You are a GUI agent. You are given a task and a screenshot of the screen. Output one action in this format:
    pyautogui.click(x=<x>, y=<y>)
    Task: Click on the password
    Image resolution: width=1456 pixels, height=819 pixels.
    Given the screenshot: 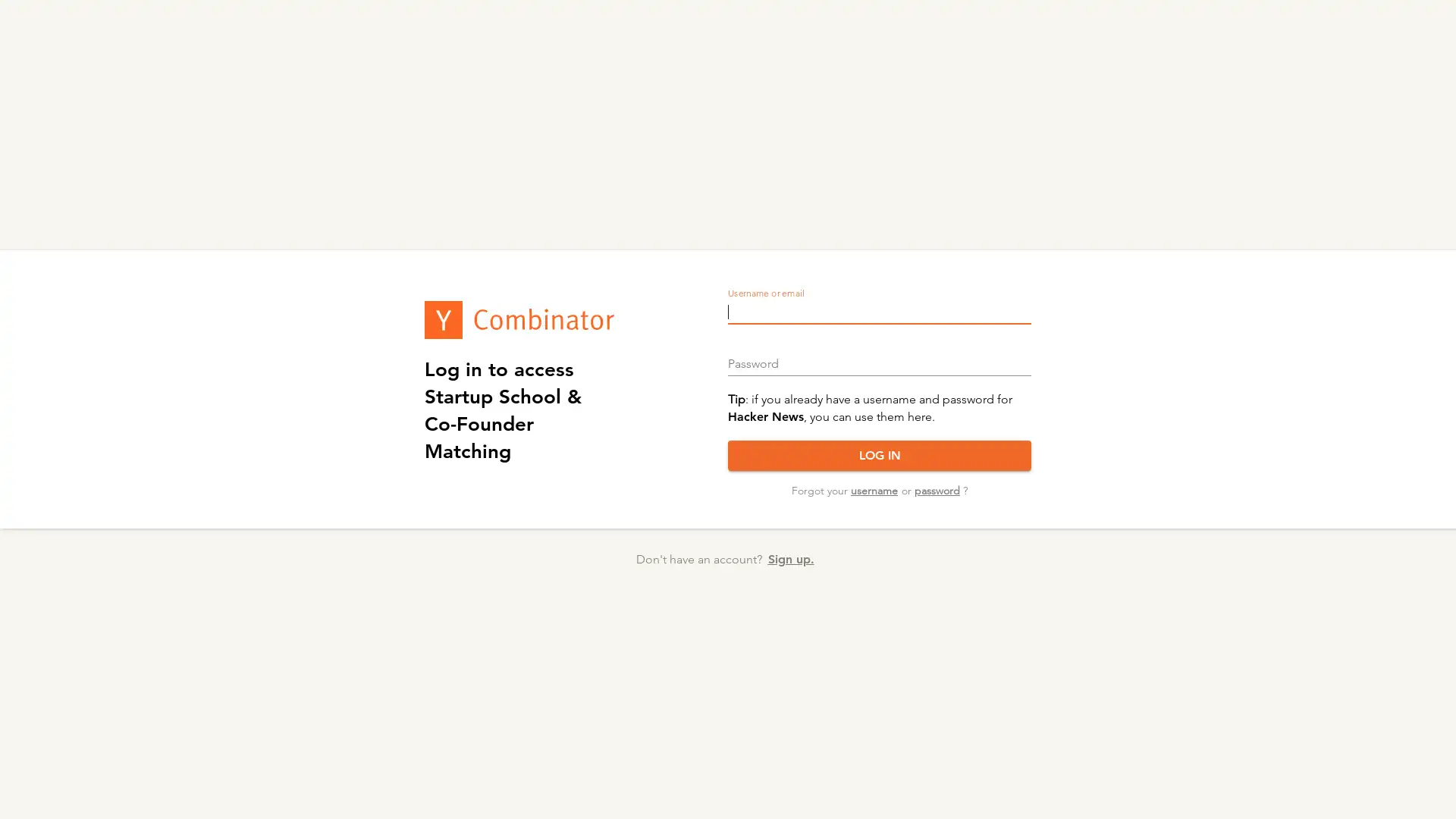 What is the action you would take?
    pyautogui.click(x=935, y=491)
    